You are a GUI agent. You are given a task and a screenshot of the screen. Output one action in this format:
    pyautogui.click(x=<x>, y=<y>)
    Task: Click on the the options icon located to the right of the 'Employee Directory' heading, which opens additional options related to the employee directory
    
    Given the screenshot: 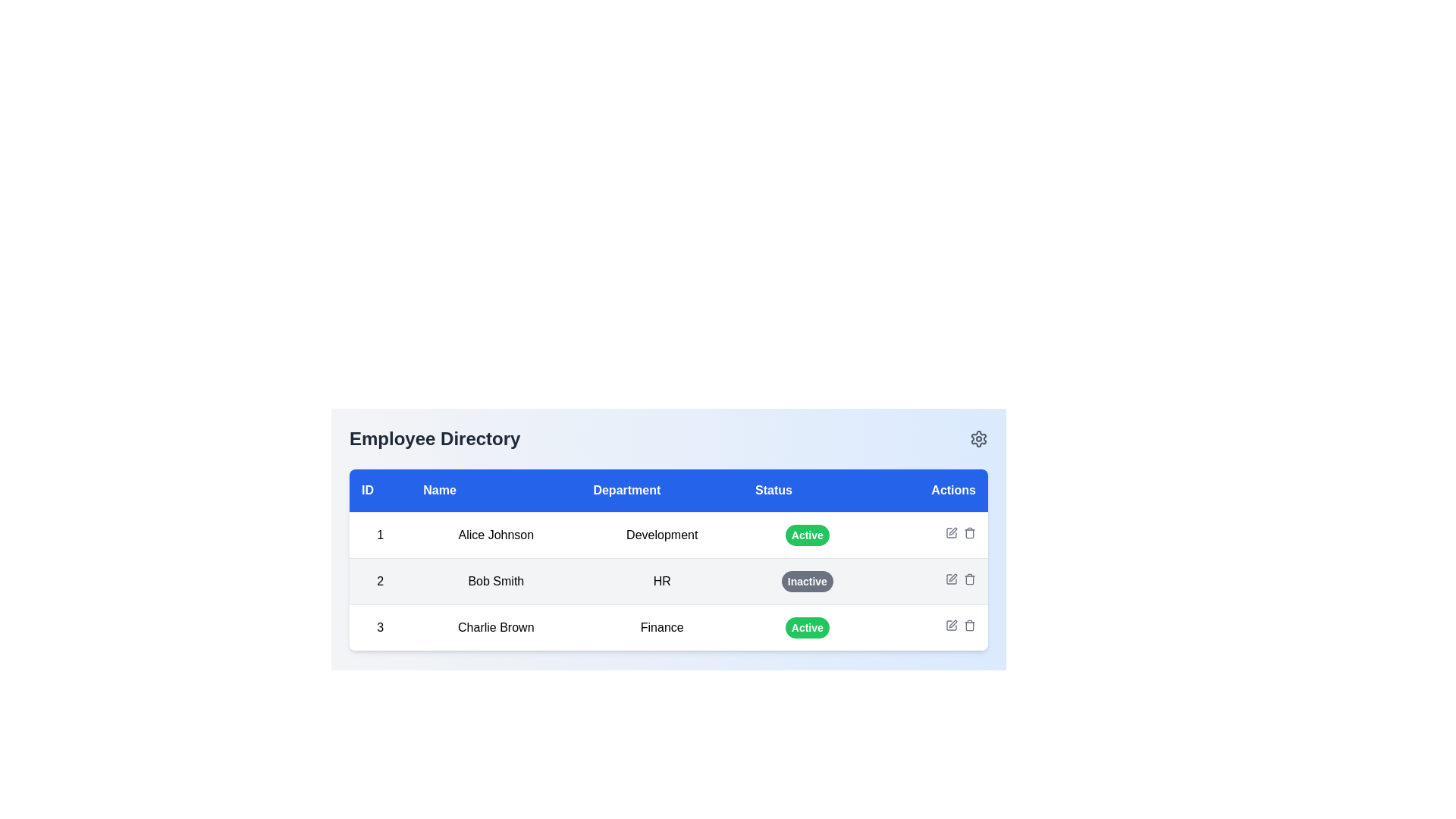 What is the action you would take?
    pyautogui.click(x=979, y=438)
    